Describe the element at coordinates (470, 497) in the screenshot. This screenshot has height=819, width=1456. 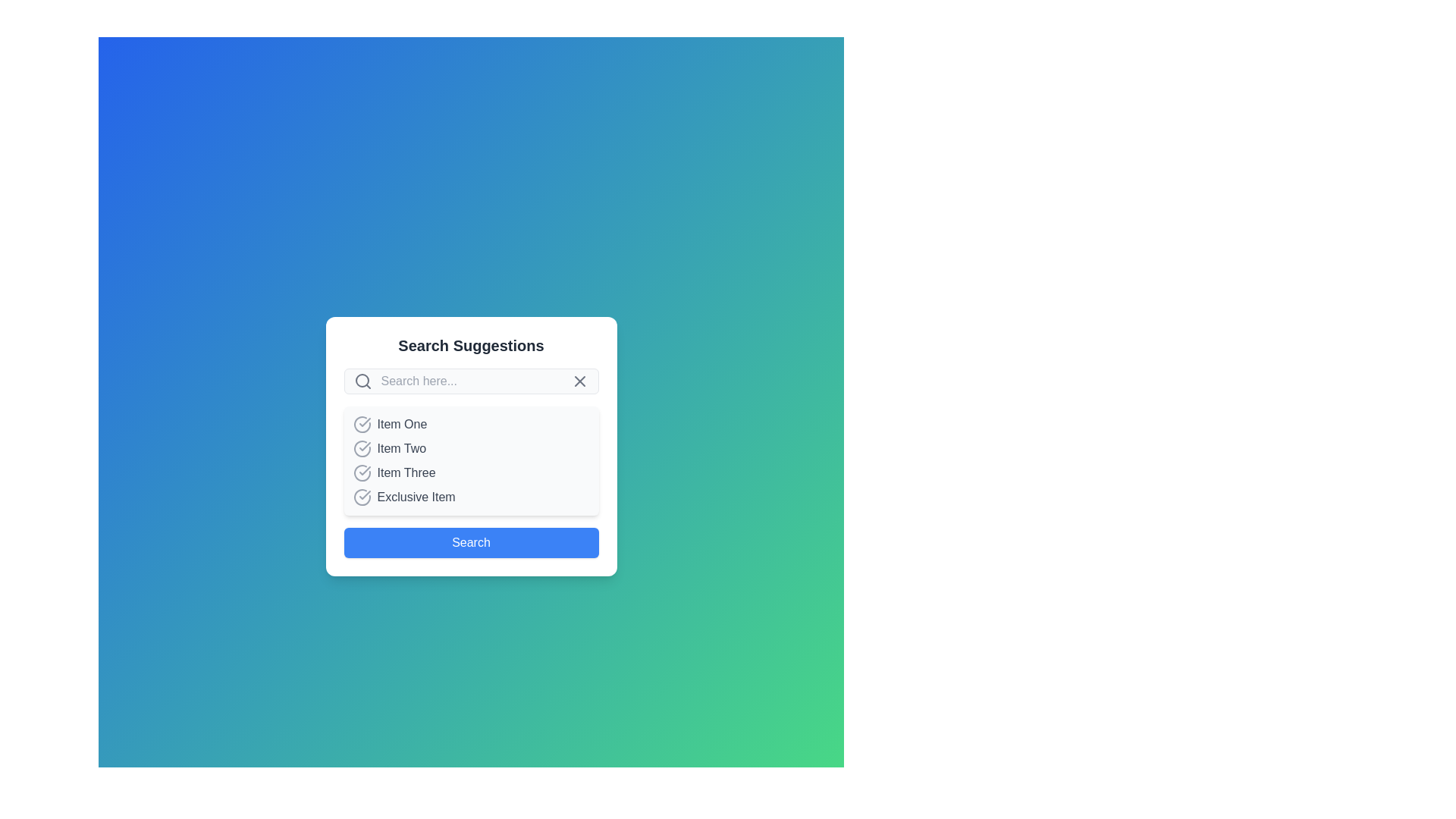
I see `fourth list item labeled 'Exclusive Item' with a circular check icon located in the 'Search Suggestions' overlay` at that location.